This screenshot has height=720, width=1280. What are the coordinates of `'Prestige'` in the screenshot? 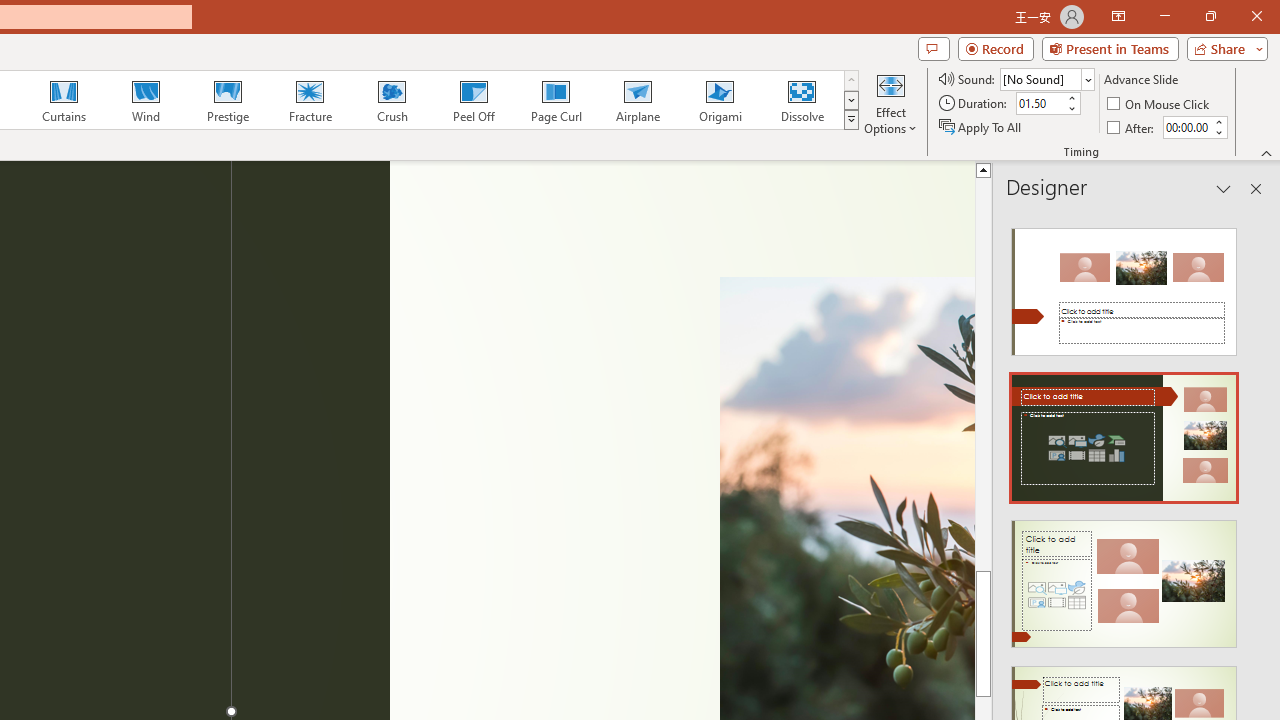 It's located at (227, 100).